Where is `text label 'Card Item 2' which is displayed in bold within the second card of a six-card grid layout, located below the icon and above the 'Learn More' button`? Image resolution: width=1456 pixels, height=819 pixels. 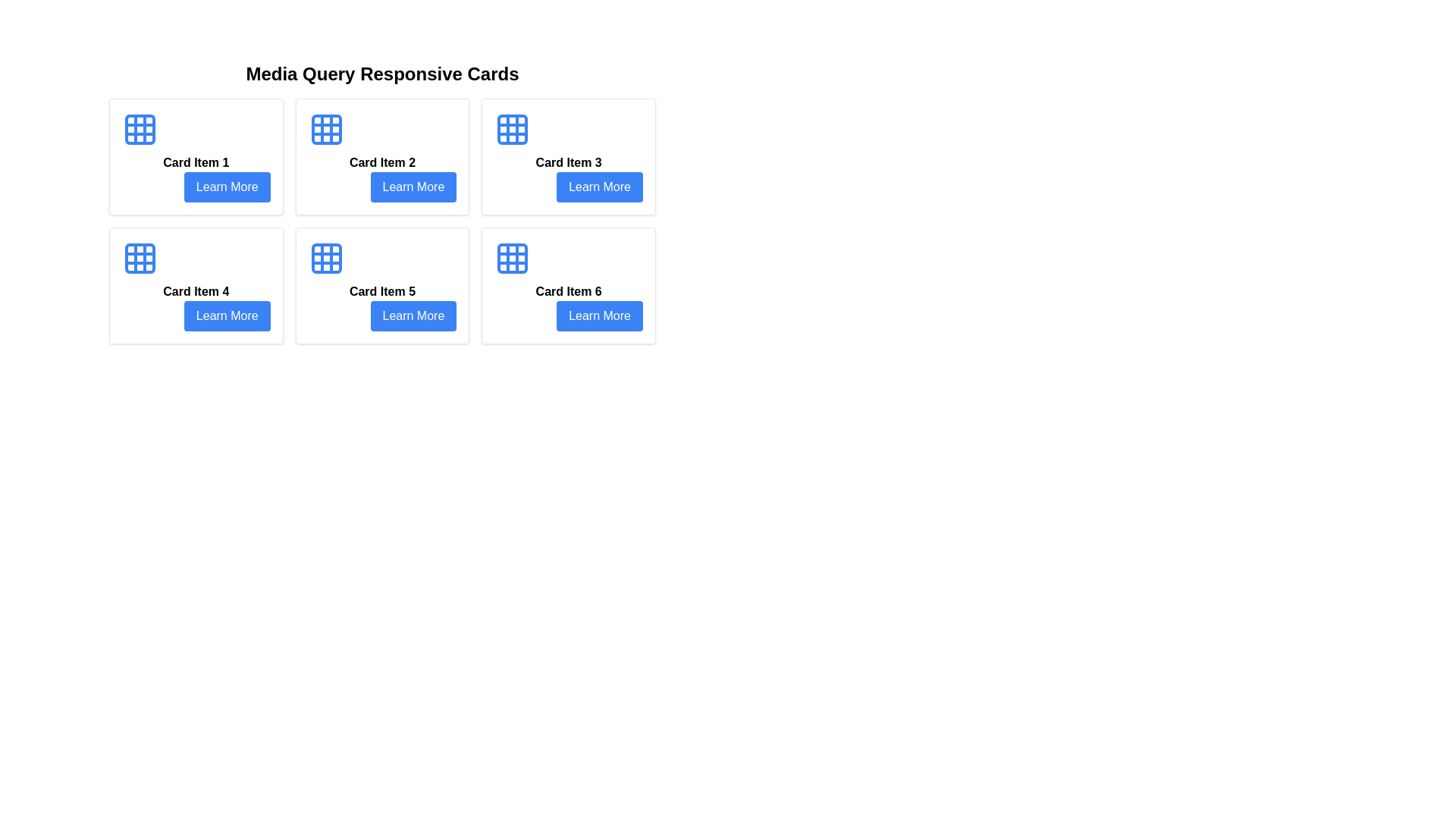 text label 'Card Item 2' which is displayed in bold within the second card of a six-card grid layout, located below the icon and above the 'Learn More' button is located at coordinates (382, 163).